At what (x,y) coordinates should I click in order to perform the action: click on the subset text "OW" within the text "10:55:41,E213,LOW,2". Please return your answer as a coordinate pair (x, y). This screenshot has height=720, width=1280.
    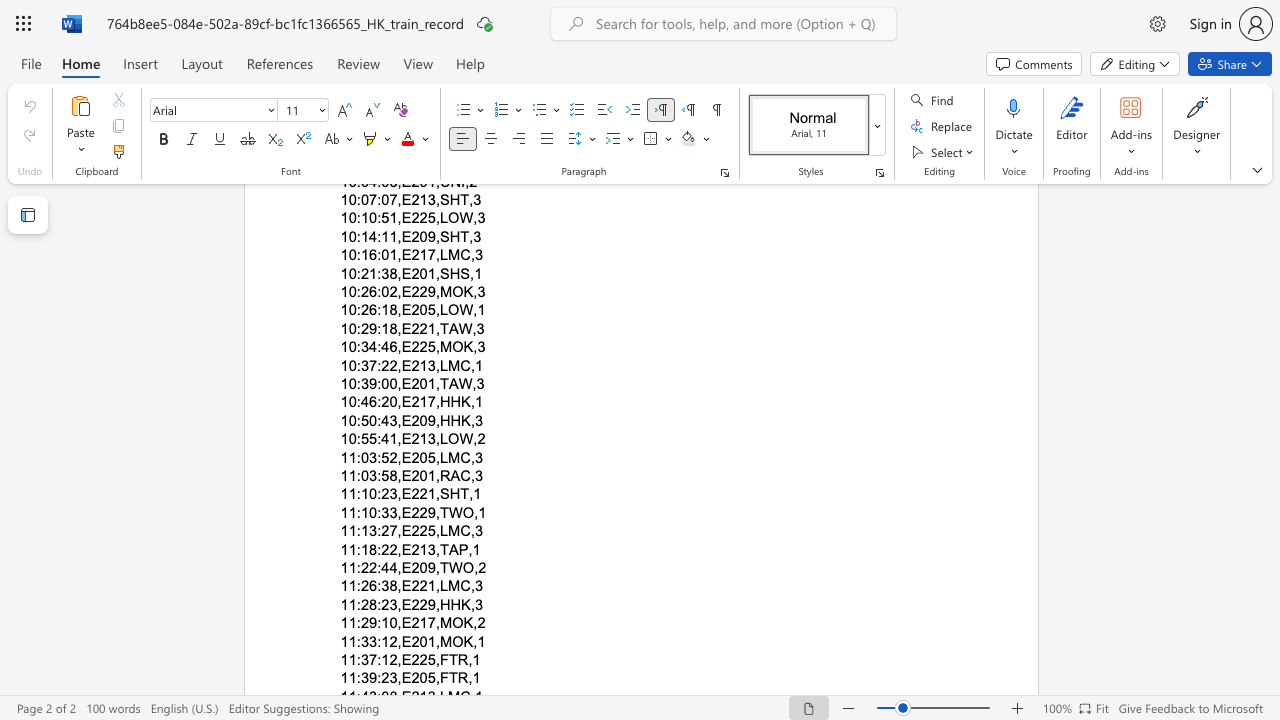
    Looking at the image, I should click on (447, 438).